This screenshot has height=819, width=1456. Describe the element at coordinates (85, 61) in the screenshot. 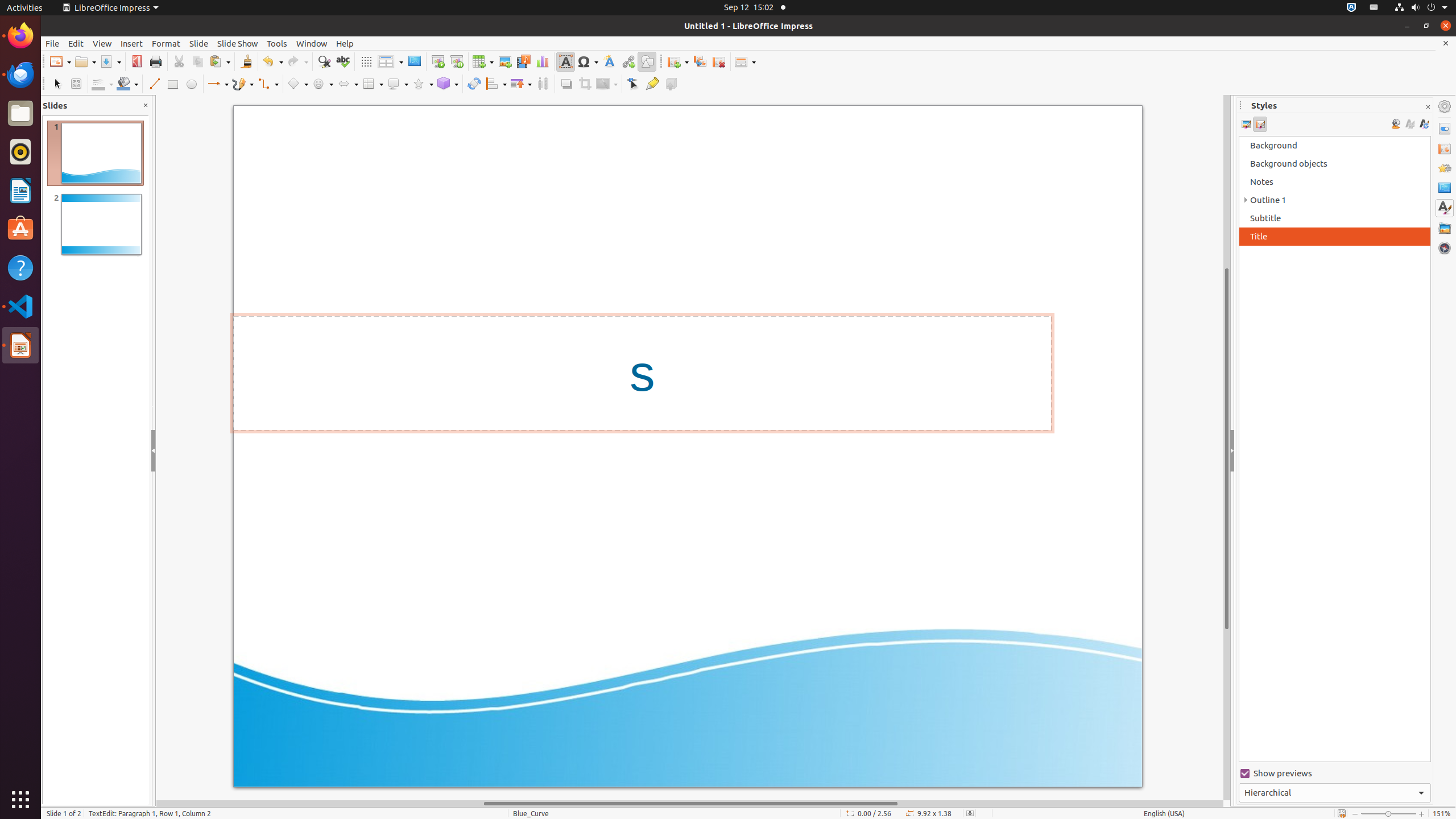

I see `'Open'` at that location.